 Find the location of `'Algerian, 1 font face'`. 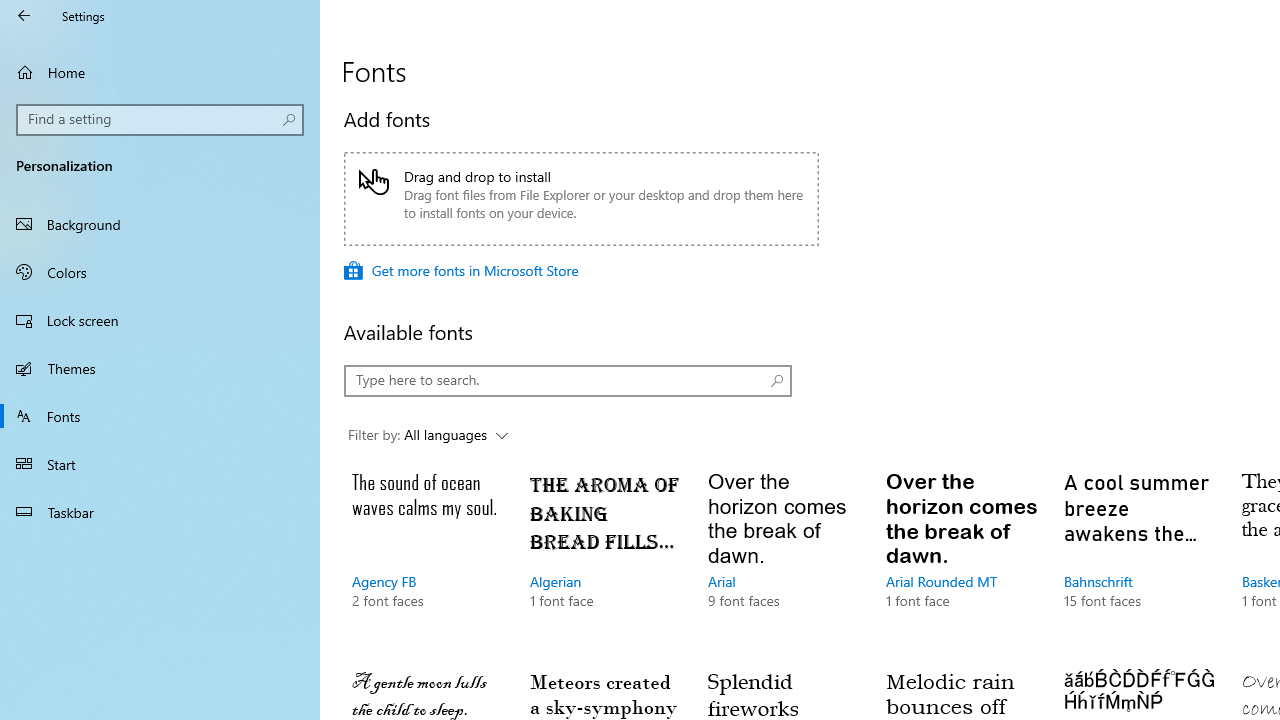

'Algerian, 1 font face' is located at coordinates (603, 560).